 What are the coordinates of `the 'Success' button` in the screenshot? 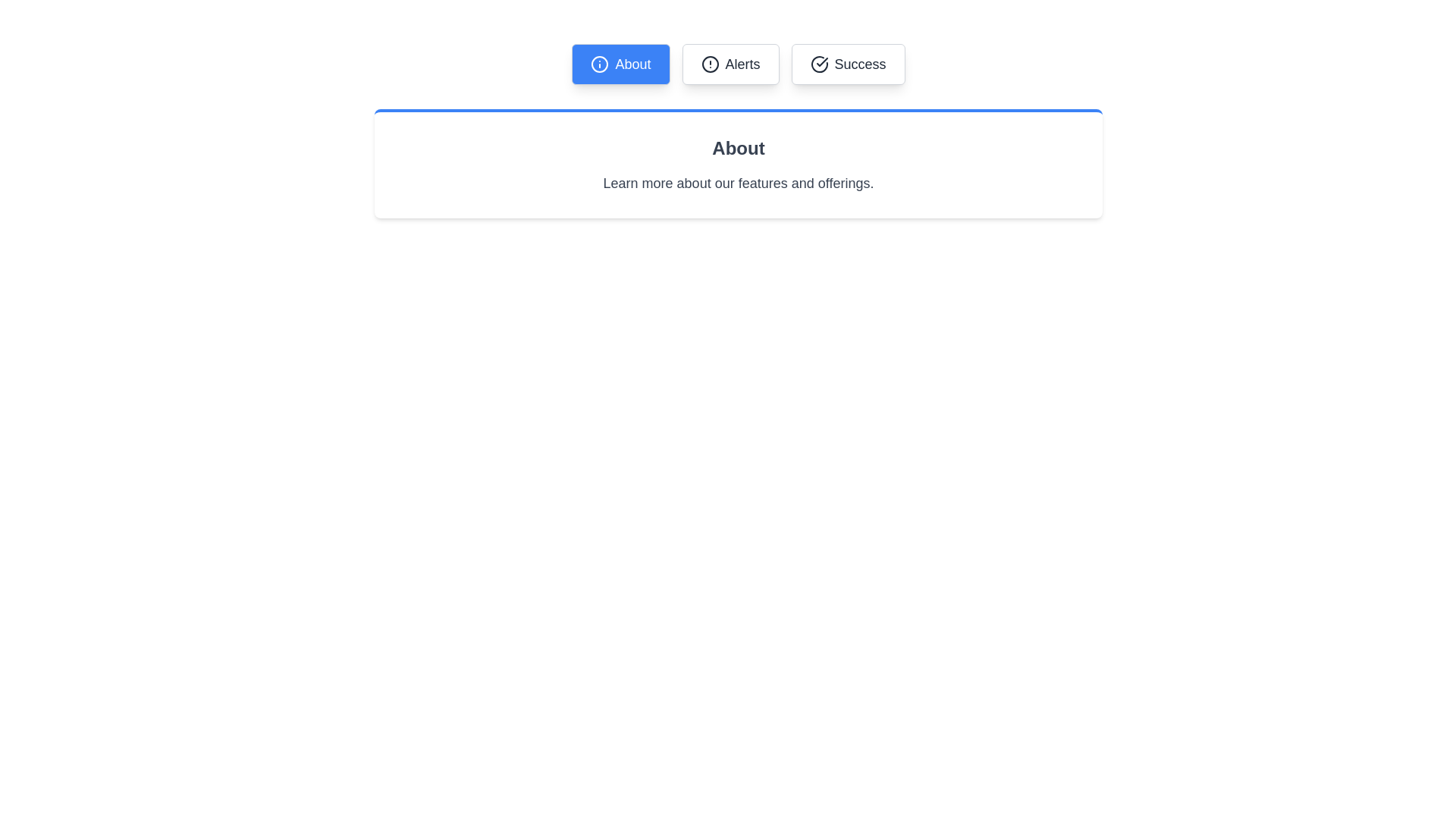 It's located at (847, 63).